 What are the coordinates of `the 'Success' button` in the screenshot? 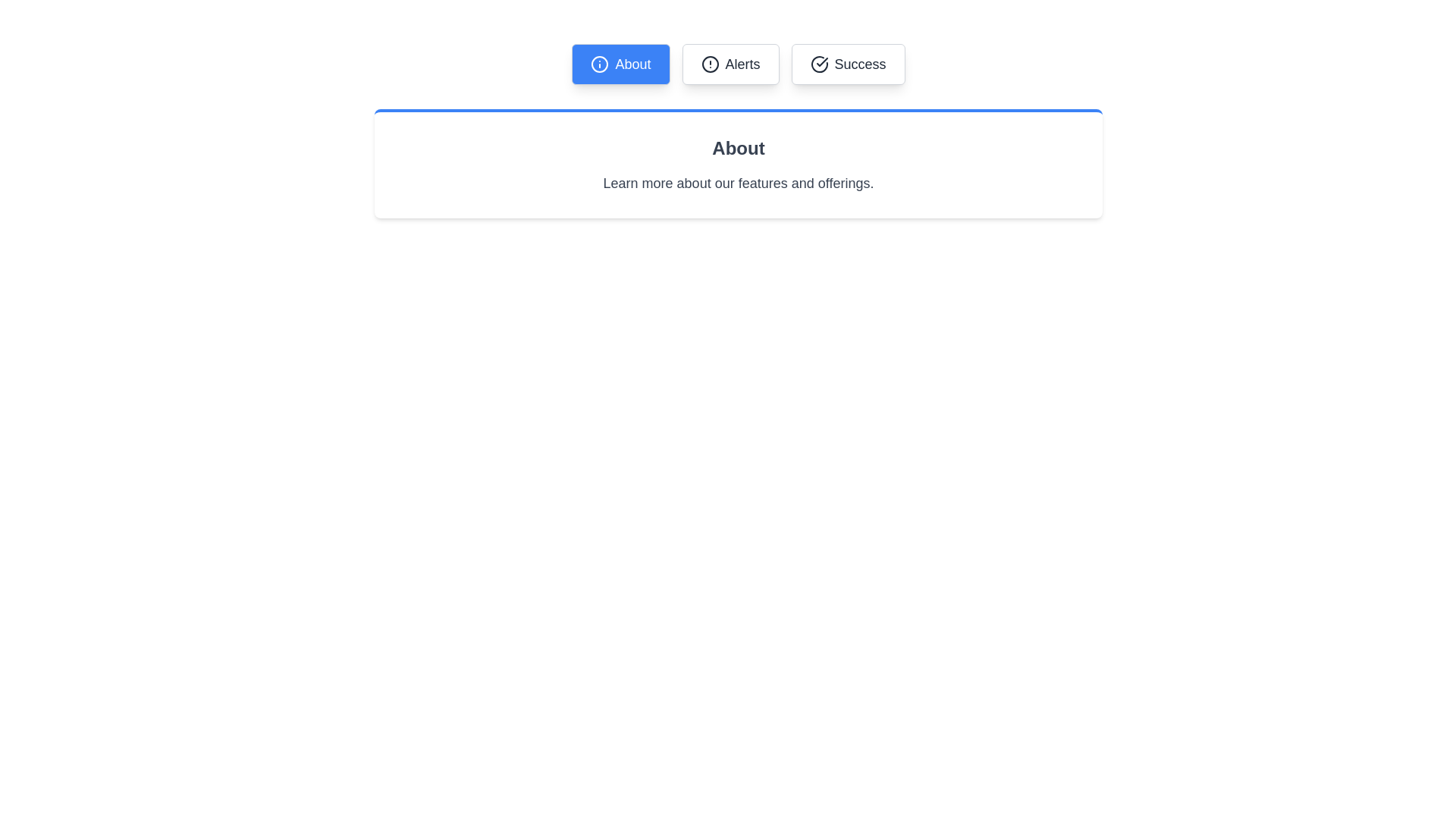 It's located at (847, 63).